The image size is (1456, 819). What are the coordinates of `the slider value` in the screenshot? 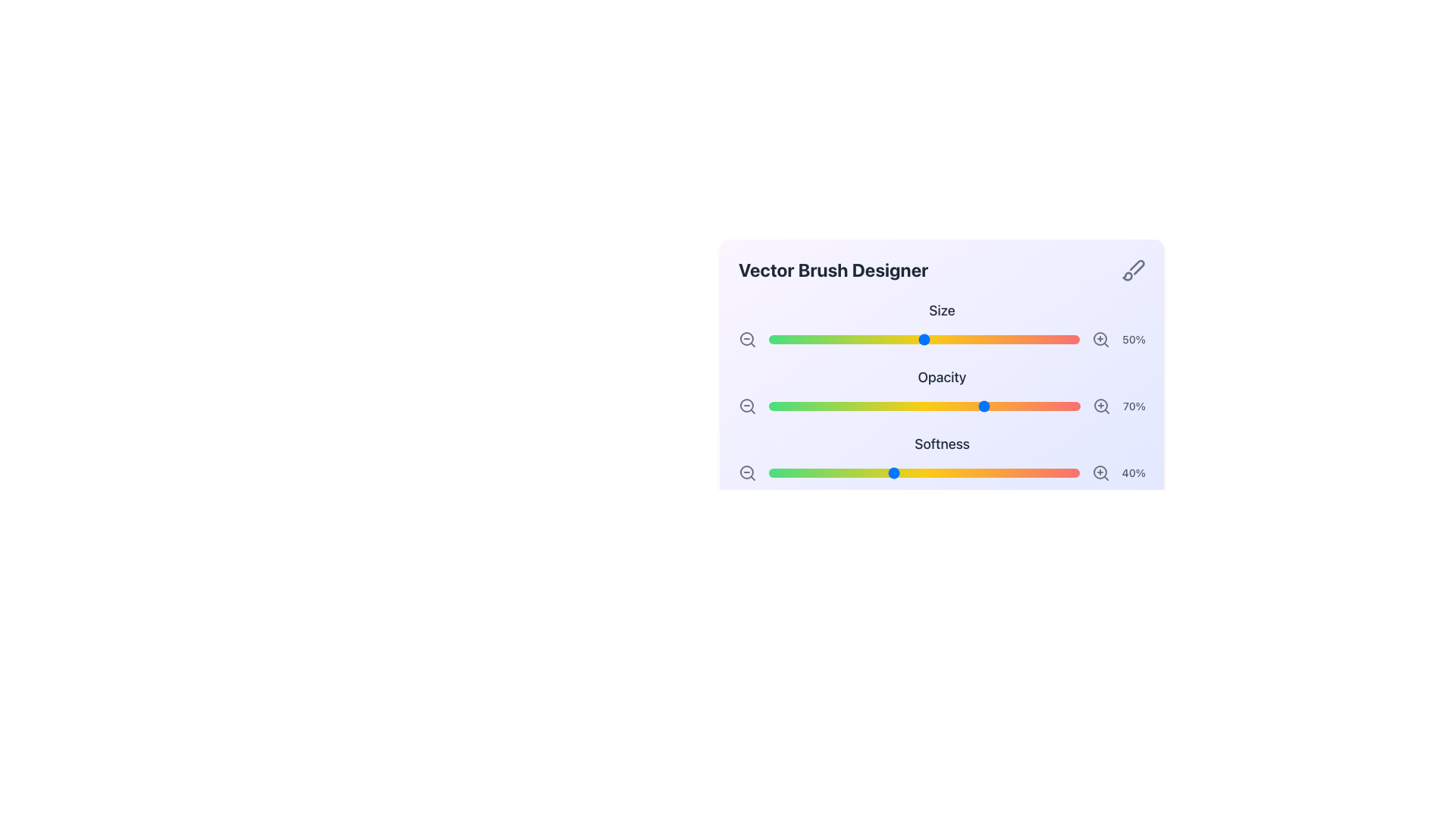 It's located at (999, 338).